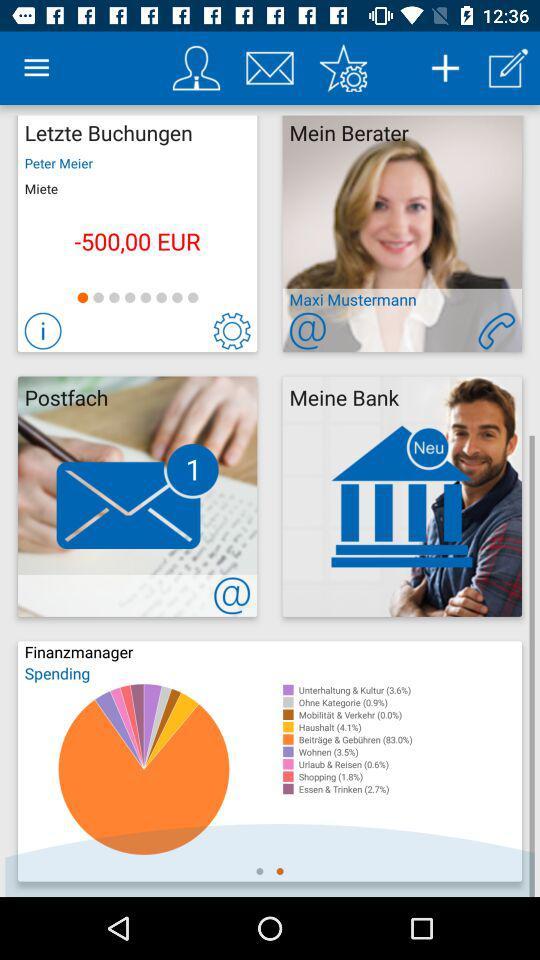  I want to click on icon below unterhaltung kultur 3 icon, so click(409, 702).